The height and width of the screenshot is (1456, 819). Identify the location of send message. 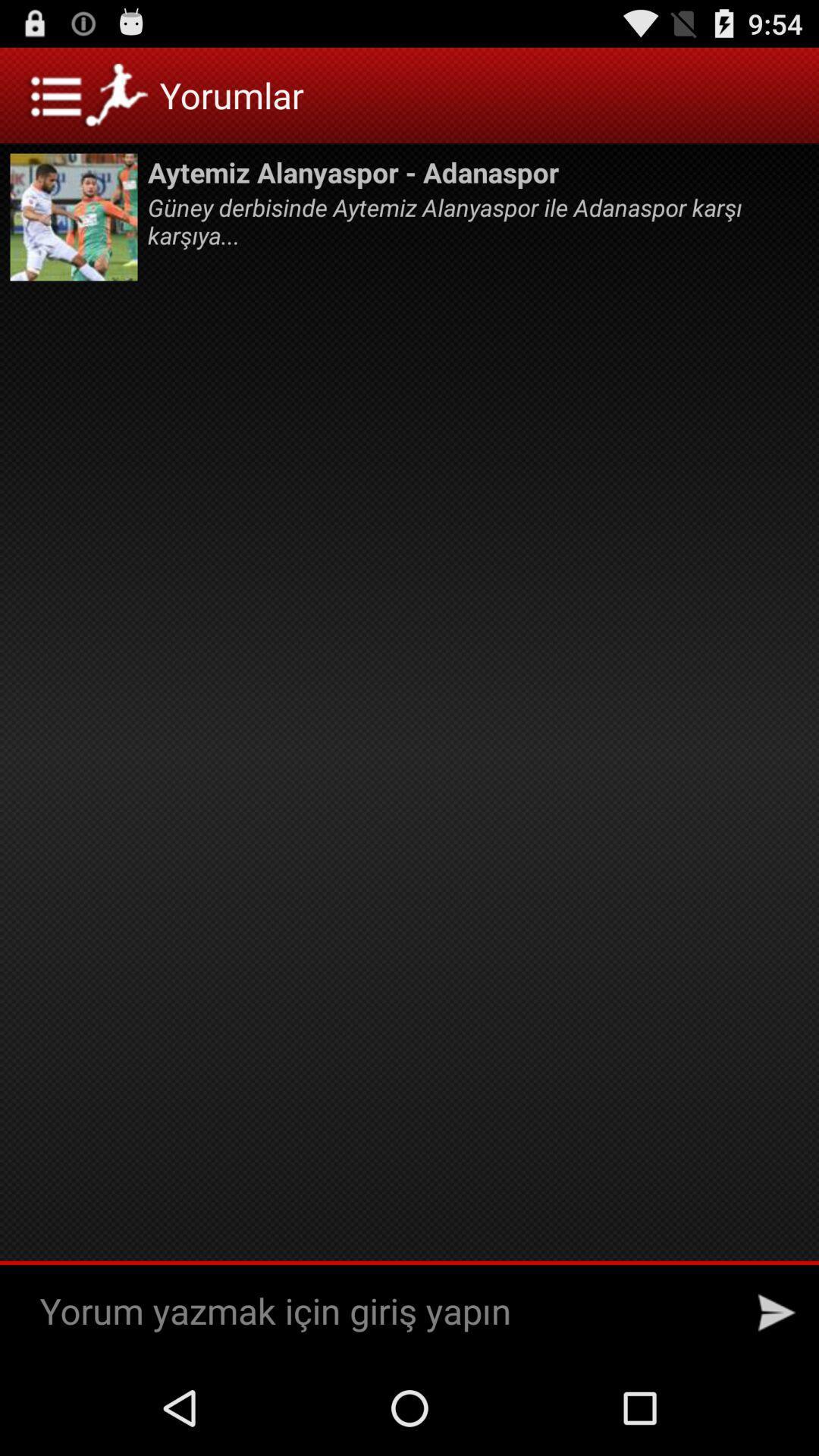
(777, 1312).